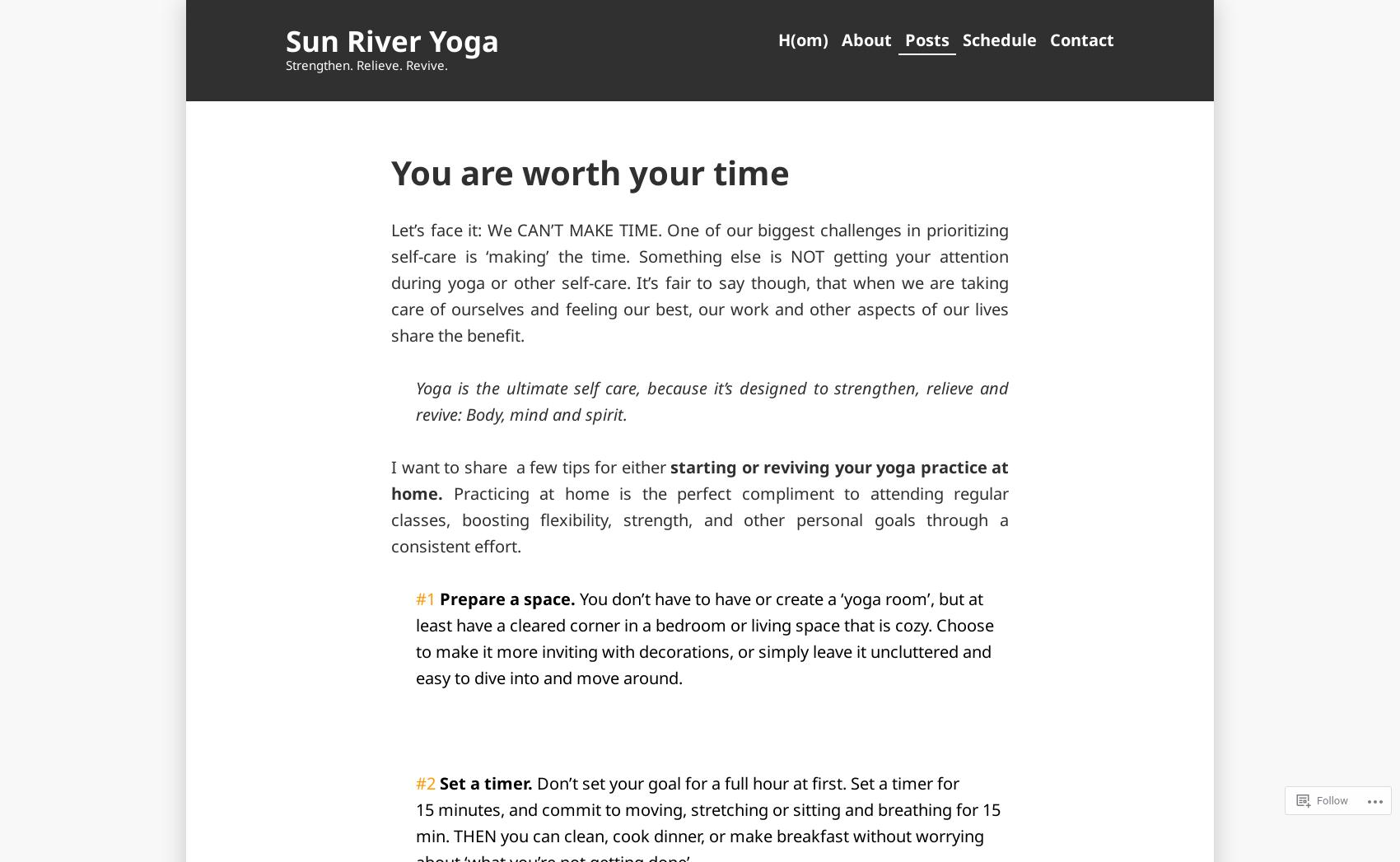 Image resolution: width=1400 pixels, height=862 pixels. I want to click on 'I want to share  a few tips for either', so click(530, 467).